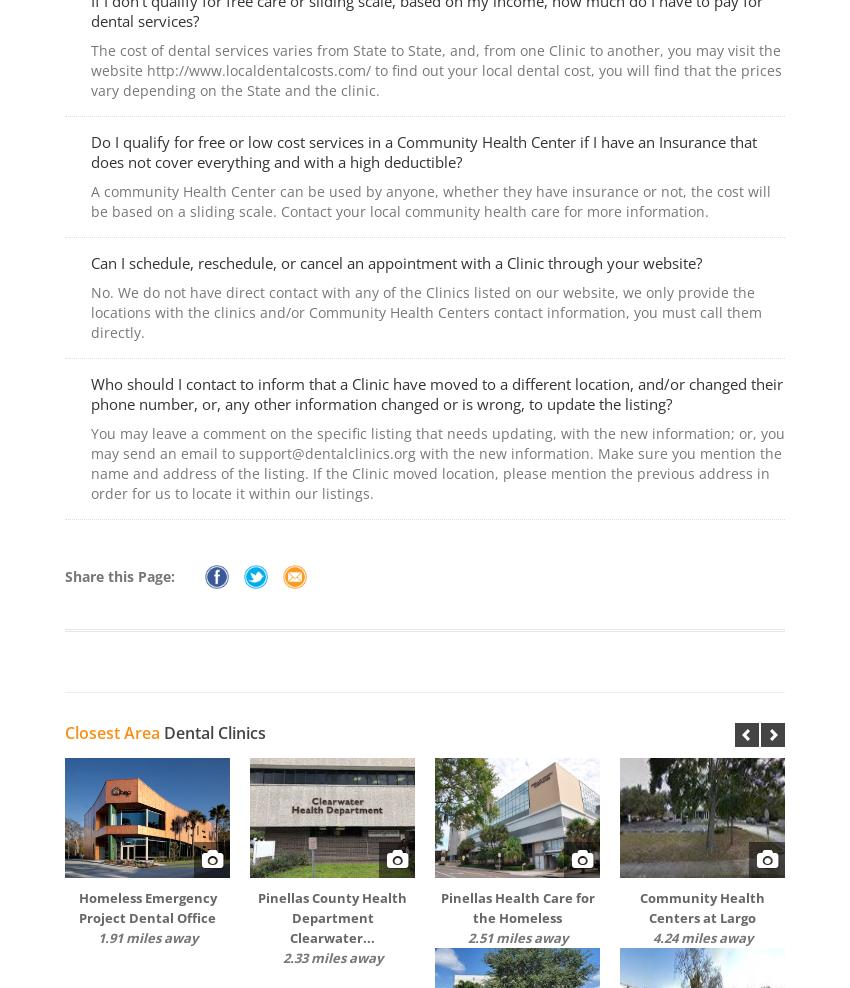  What do you see at coordinates (465, 938) in the screenshot?
I see `'2.51 miles away'` at bounding box center [465, 938].